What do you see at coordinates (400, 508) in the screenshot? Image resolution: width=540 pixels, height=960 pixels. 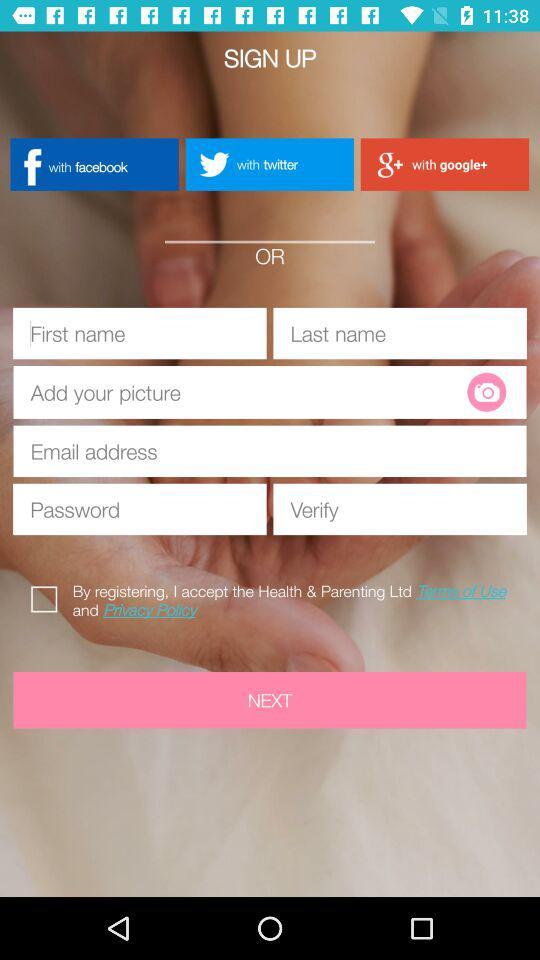 I see `reenter password` at bounding box center [400, 508].